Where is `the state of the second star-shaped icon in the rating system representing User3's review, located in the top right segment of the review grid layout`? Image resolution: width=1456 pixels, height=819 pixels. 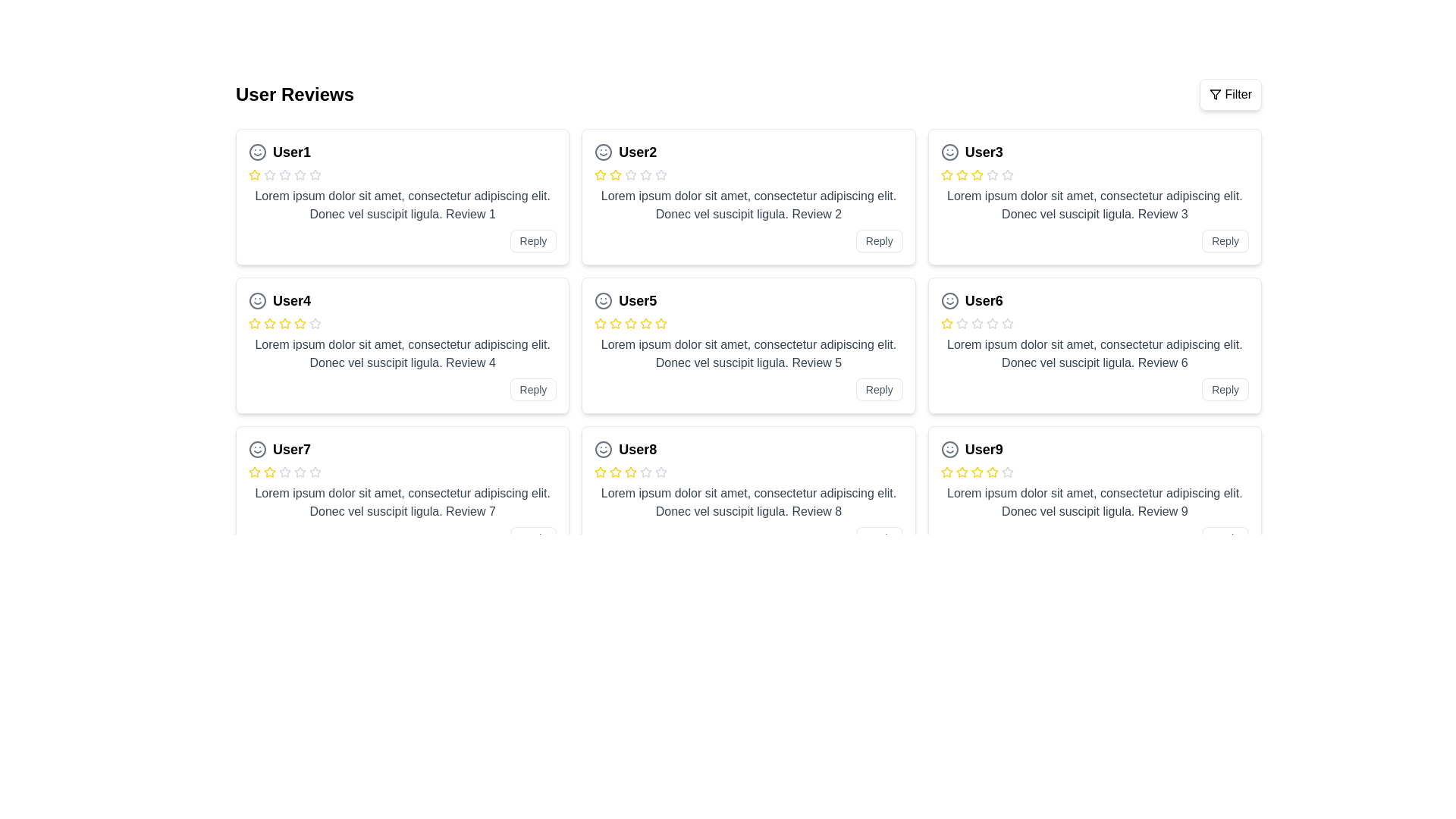
the state of the second star-shaped icon in the rating system representing User3's review, located in the top right segment of the review grid layout is located at coordinates (961, 174).